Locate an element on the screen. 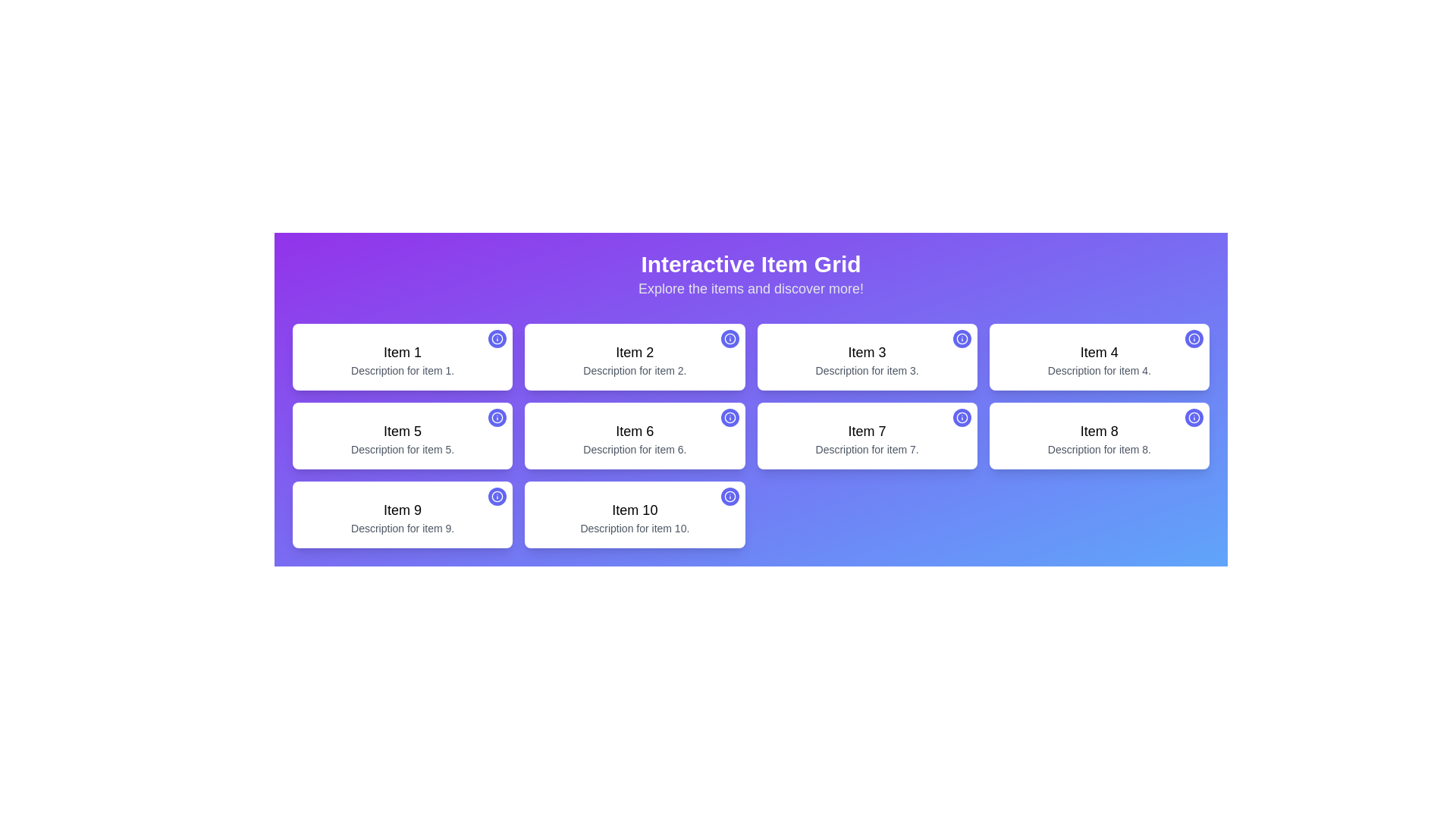  the Text Label displaying 'Item 7', which is styled with a larger bold font, centrally aligned within a white card with rounded corners and a shadow effect, located against a gradient purple background is located at coordinates (867, 431).